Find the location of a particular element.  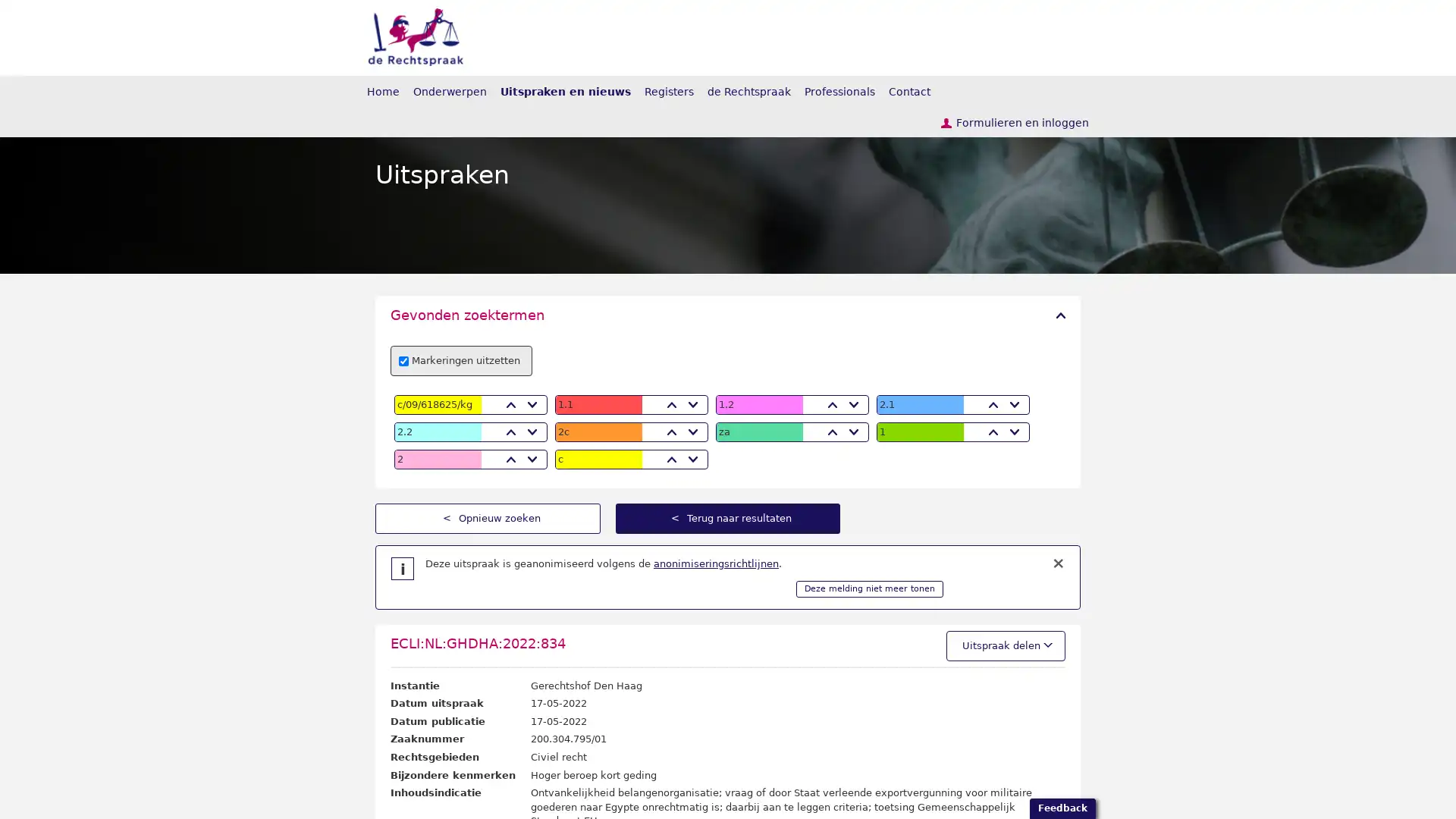

Vorige zoek term is located at coordinates (510, 458).